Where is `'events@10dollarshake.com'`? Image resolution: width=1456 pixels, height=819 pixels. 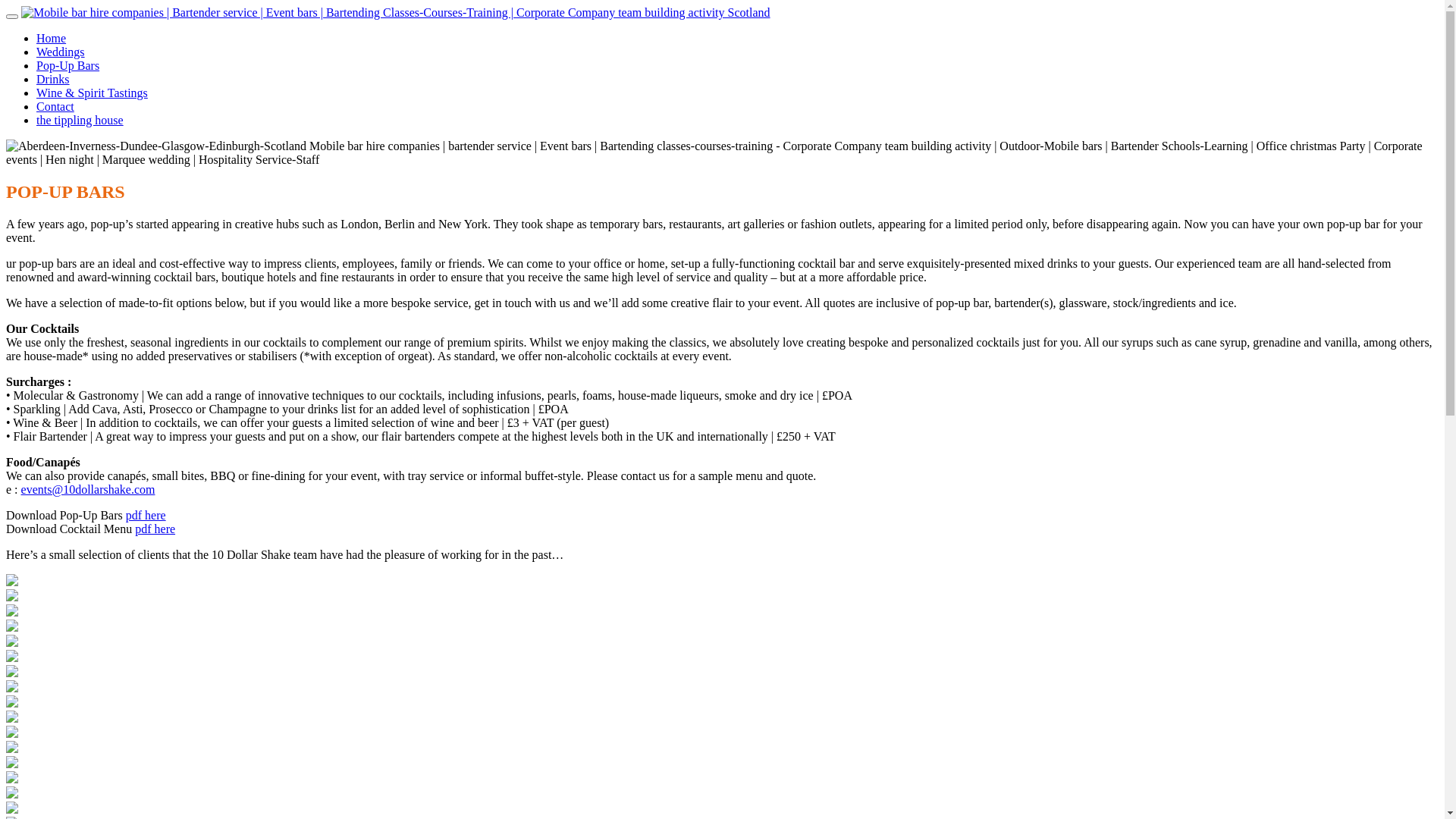
'events@10dollarshake.com' is located at coordinates (87, 489).